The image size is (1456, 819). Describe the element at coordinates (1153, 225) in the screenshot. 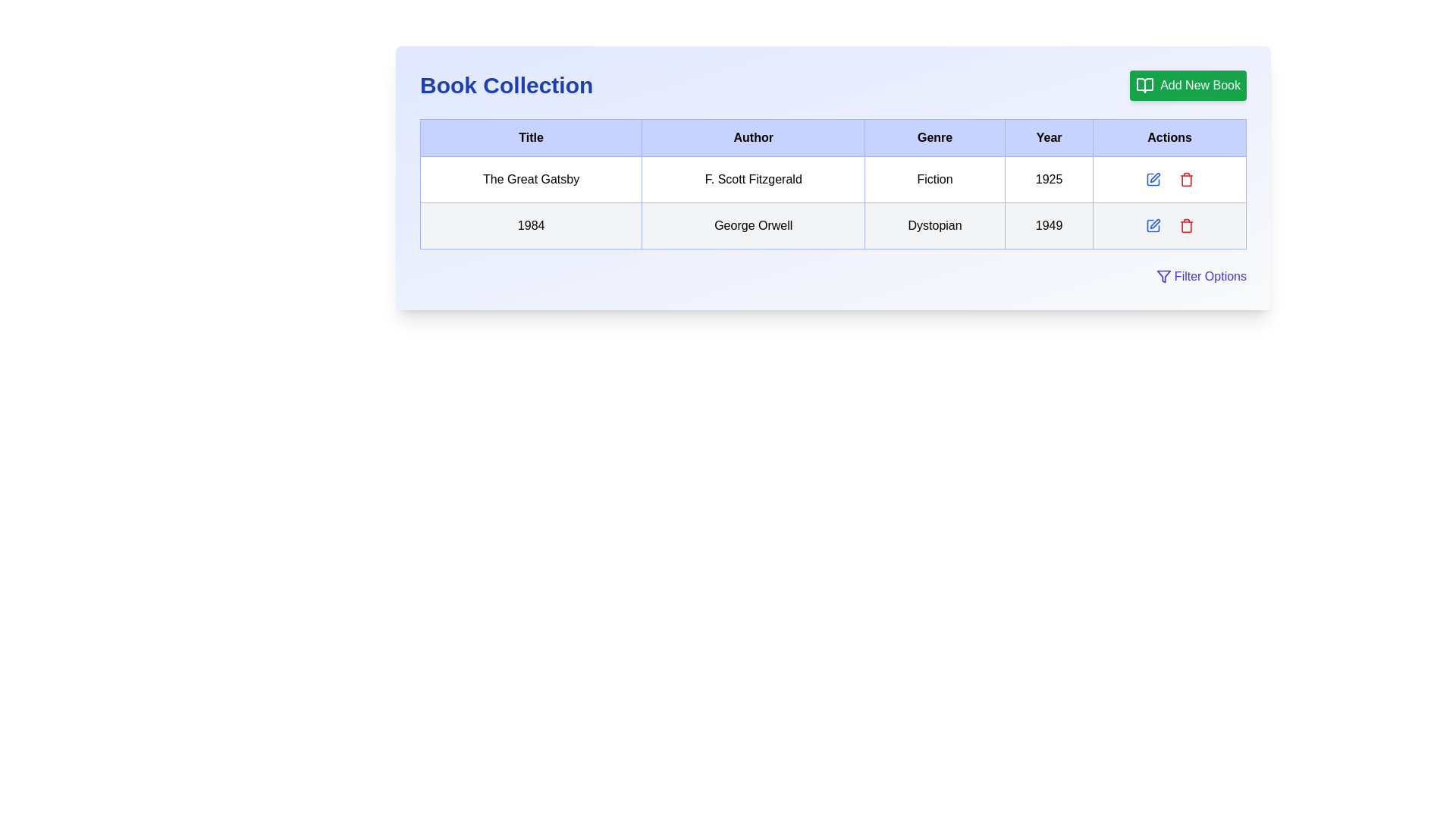

I see `the icon button with edit functionality located in the 'Actions' cell of the second row of the data table` at that location.